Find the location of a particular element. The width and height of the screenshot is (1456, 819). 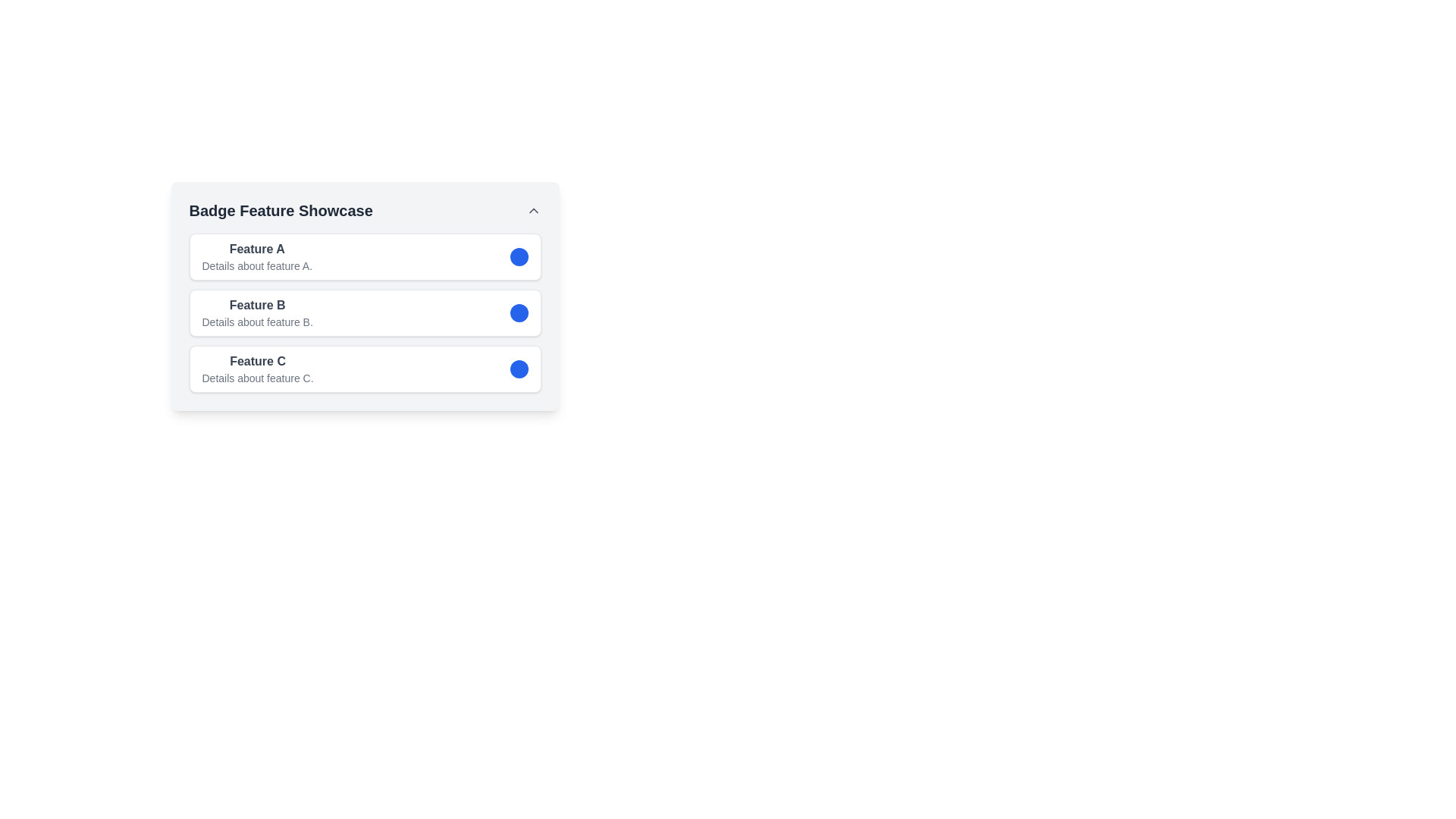

the 'Badge Feature Showcase' dropdown header is located at coordinates (365, 210).